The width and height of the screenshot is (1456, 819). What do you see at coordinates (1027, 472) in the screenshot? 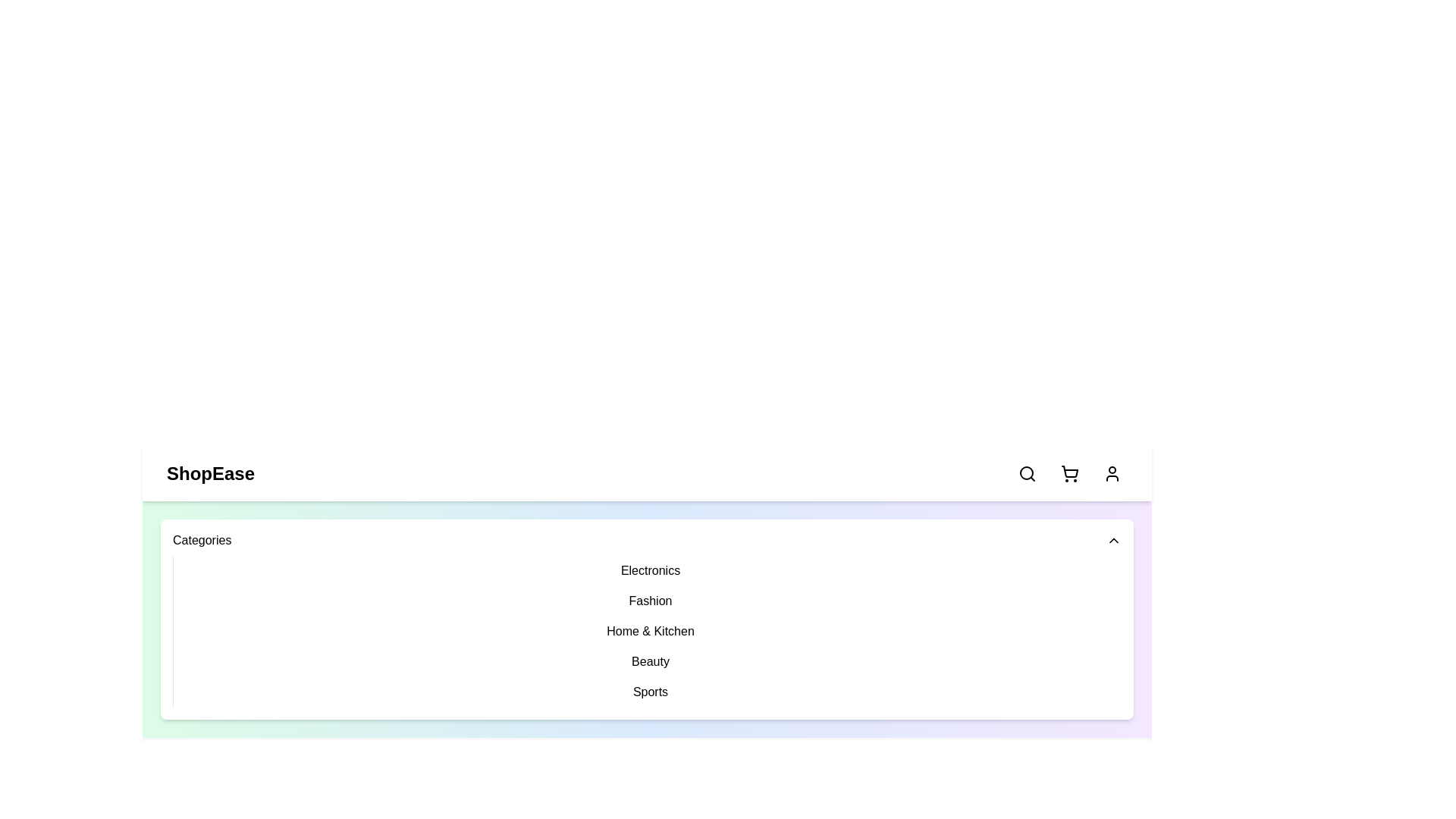
I see `the circular button with a magnifying glass icon, which is the first icon from the left` at bounding box center [1027, 472].